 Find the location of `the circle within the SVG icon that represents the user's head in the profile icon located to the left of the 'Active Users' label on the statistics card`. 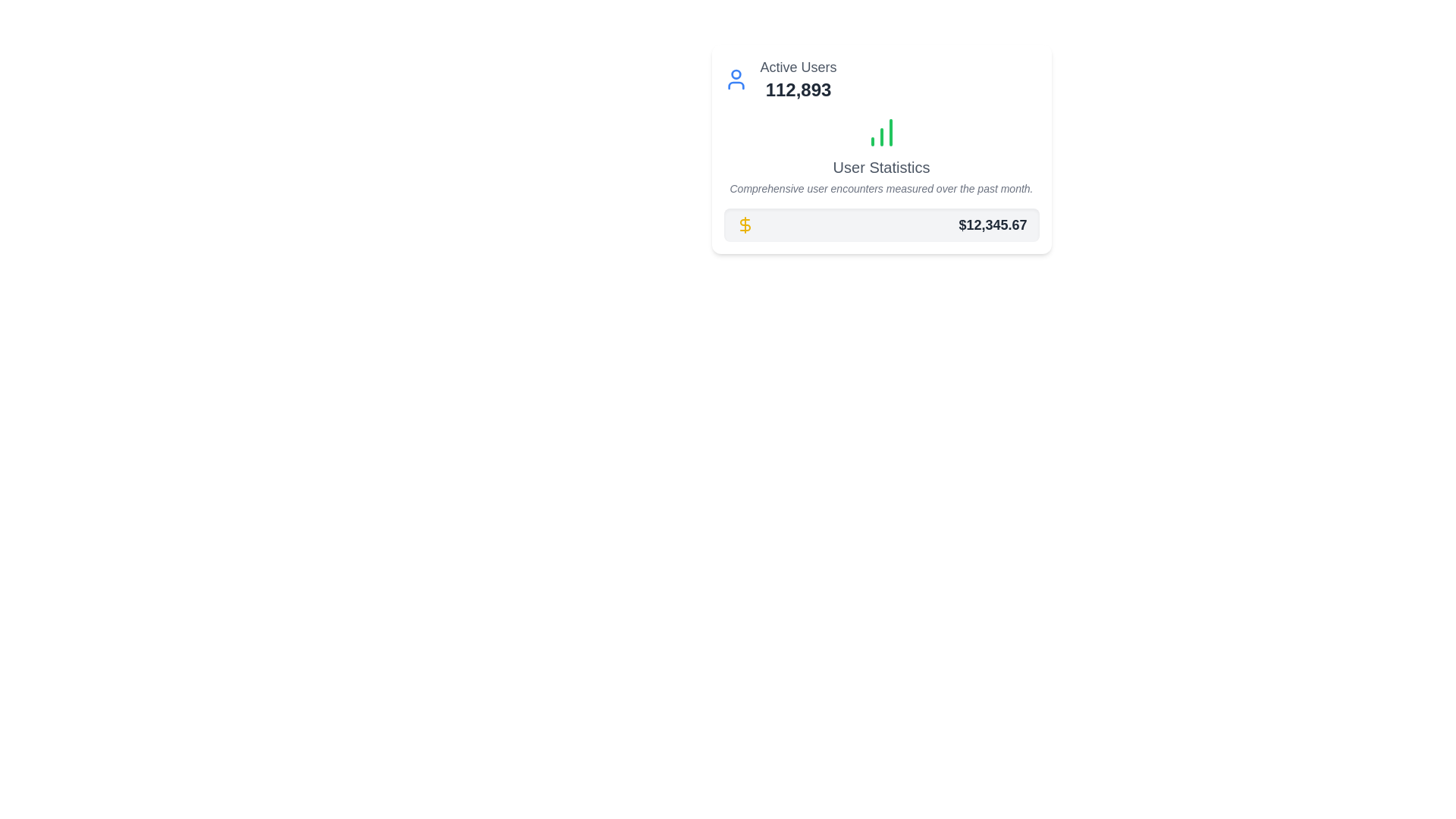

the circle within the SVG icon that represents the user's head in the profile icon located to the left of the 'Active Users' label on the statistics card is located at coordinates (736, 74).